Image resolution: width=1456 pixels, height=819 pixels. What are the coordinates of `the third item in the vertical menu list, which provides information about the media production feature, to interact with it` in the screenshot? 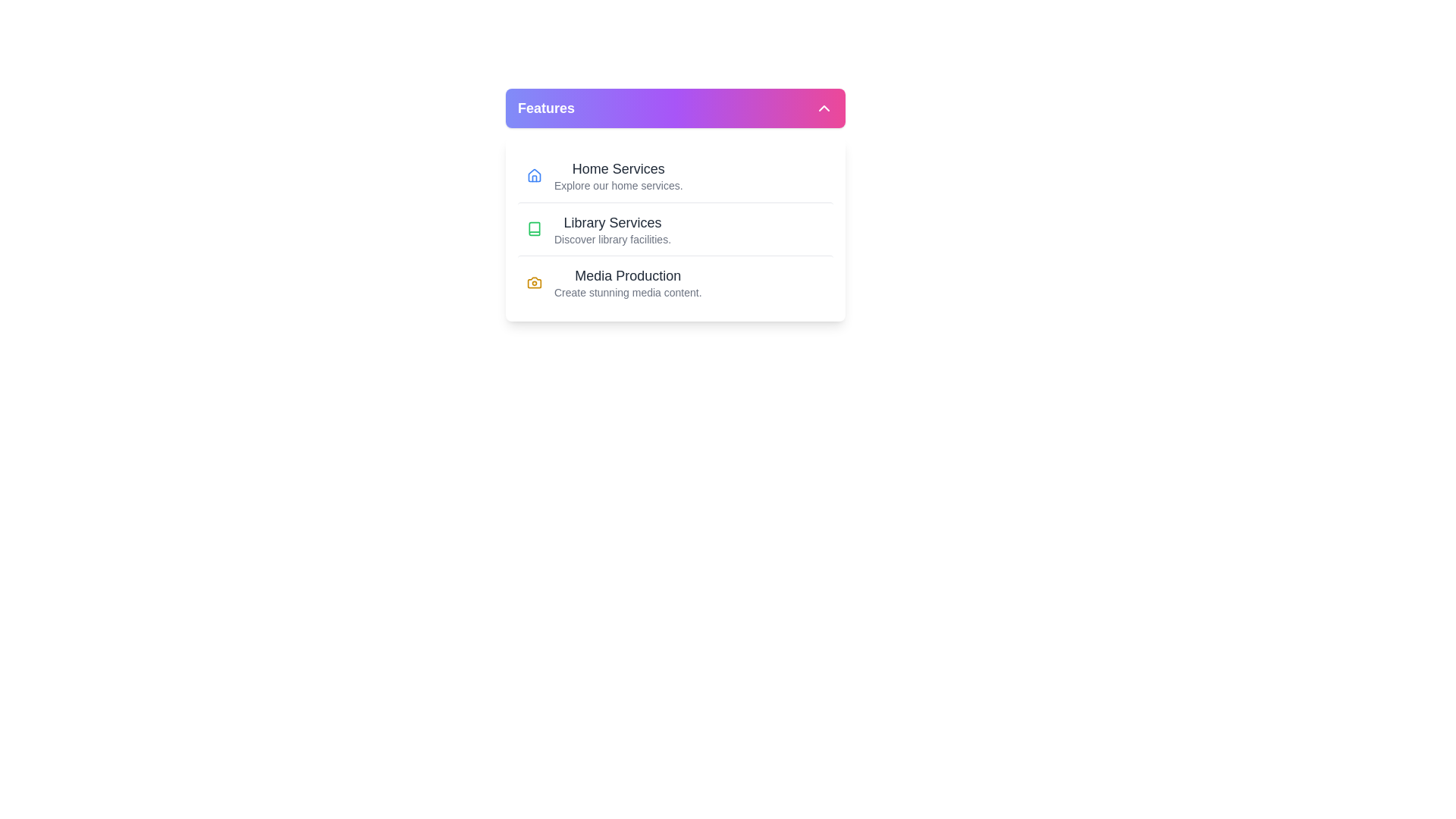 It's located at (628, 282).